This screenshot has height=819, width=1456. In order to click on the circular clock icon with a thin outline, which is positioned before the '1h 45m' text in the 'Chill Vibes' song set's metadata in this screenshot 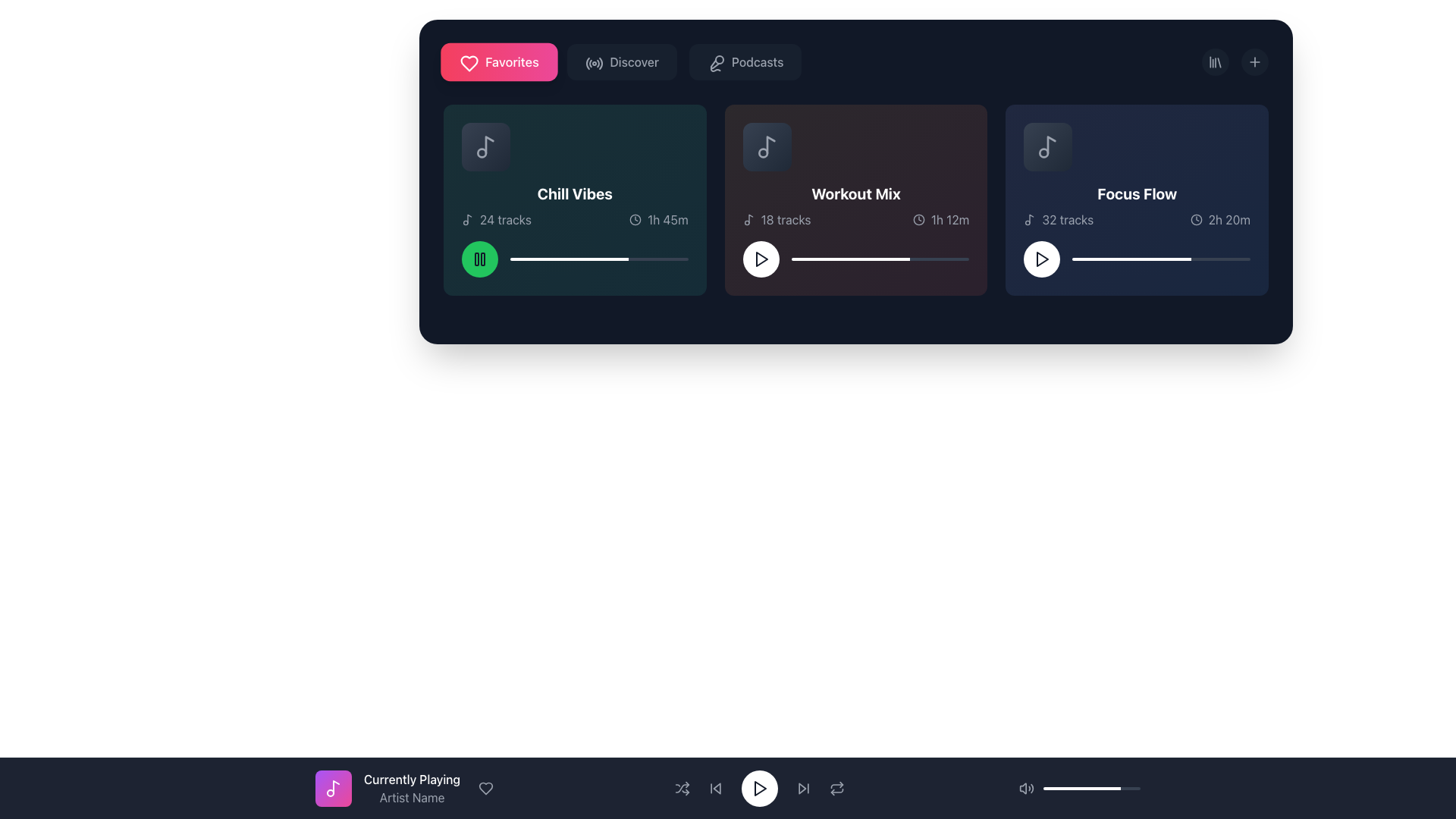, I will do `click(635, 219)`.